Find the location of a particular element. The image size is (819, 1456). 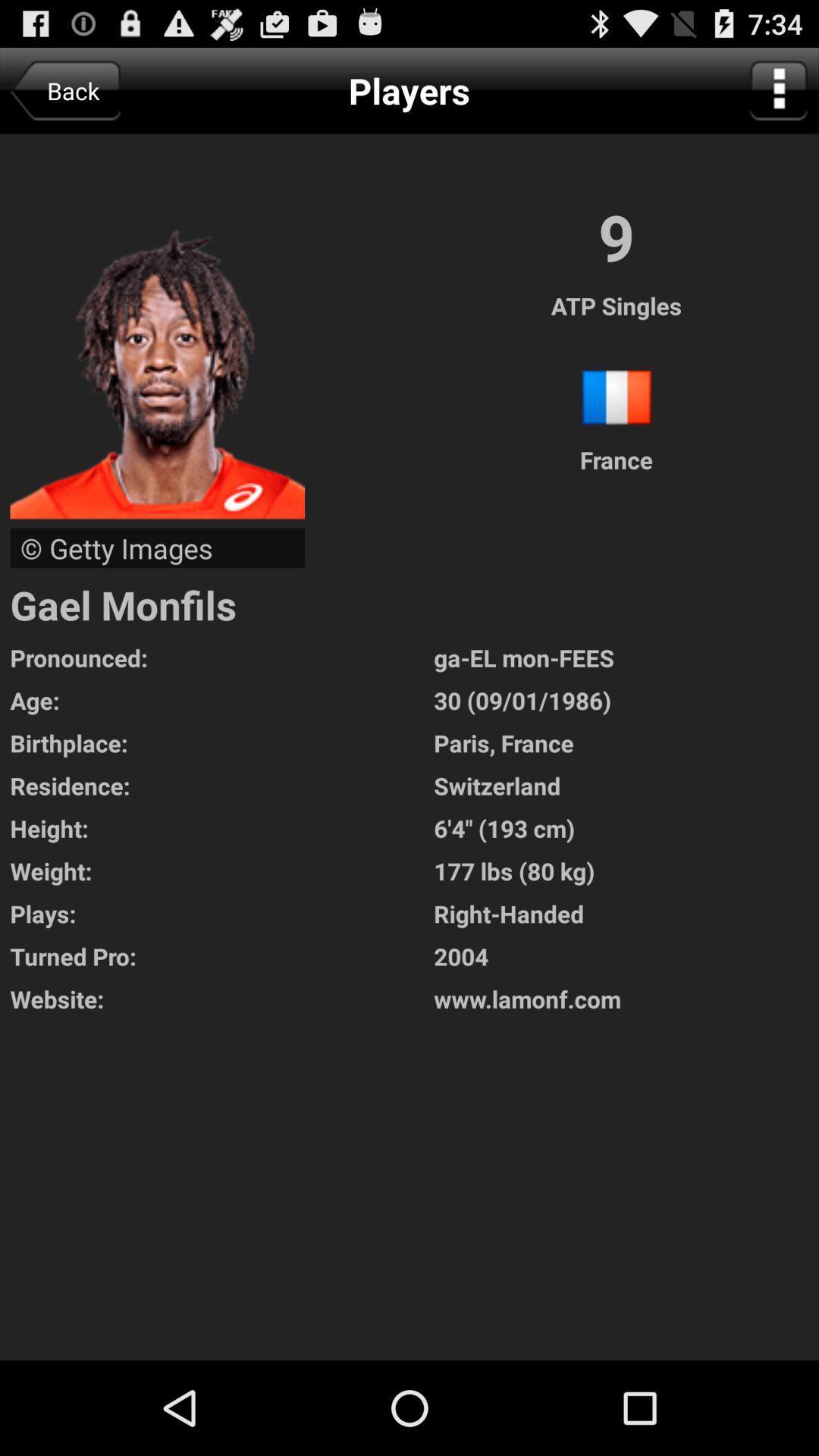

the app to the left of the 6 4 193 icon is located at coordinates (221, 871).